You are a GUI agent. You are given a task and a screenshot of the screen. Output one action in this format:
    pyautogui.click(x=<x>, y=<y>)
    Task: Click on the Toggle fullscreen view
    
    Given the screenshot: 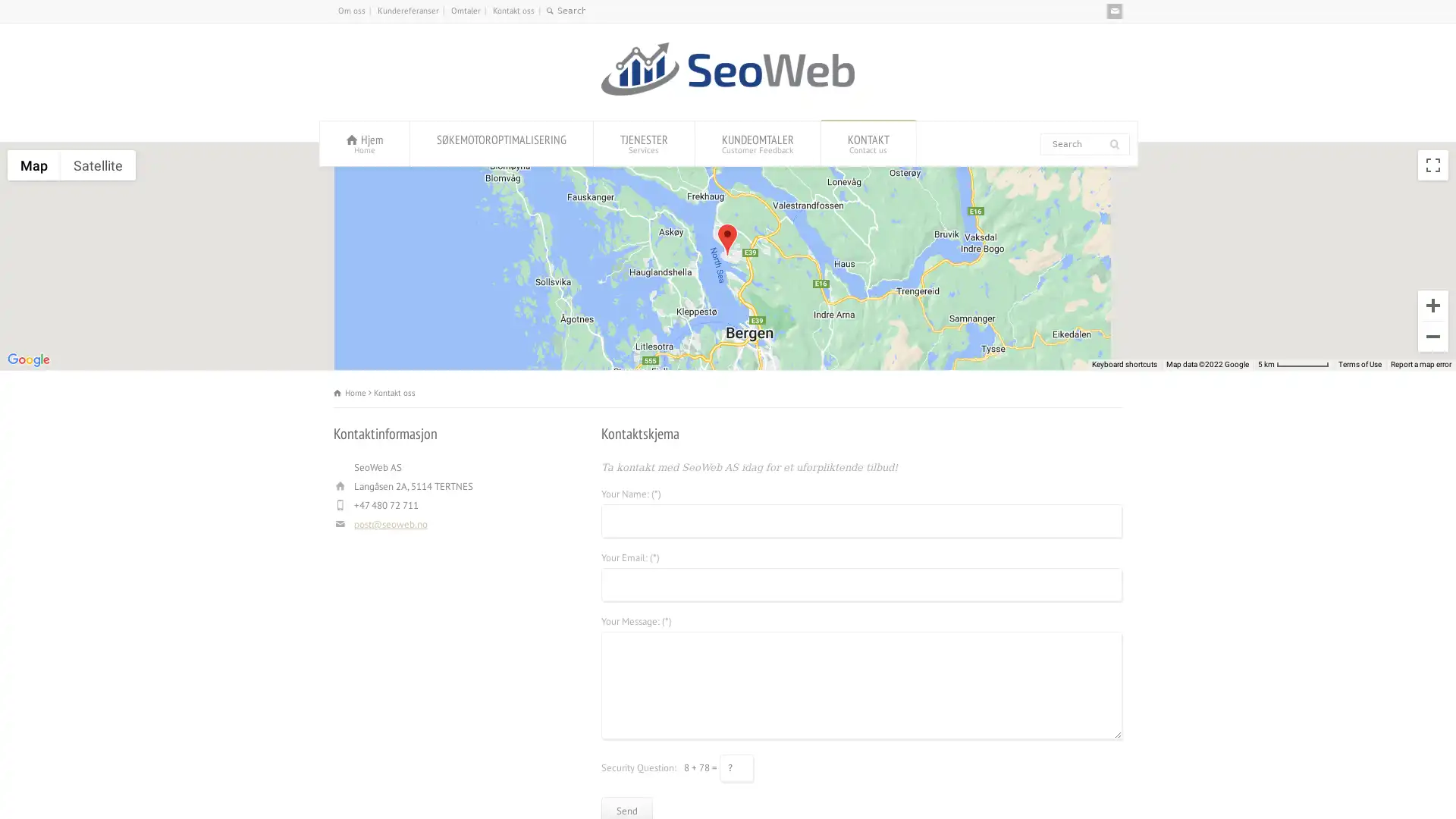 What is the action you would take?
    pyautogui.click(x=1432, y=165)
    